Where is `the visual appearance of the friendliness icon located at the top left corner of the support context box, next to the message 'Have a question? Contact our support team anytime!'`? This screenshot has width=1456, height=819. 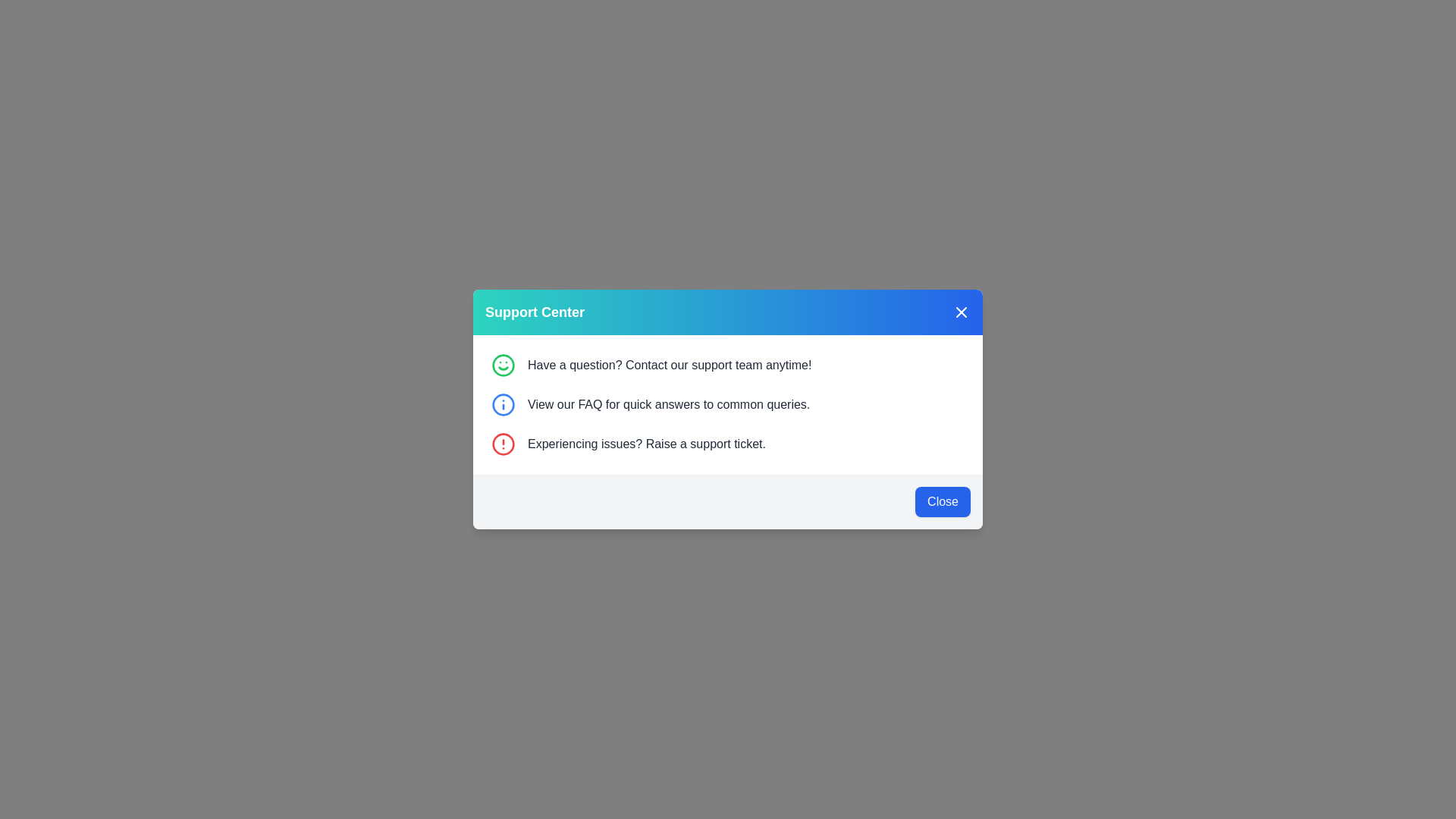 the visual appearance of the friendliness icon located at the top left corner of the support context box, next to the message 'Have a question? Contact our support team anytime!' is located at coordinates (503, 366).